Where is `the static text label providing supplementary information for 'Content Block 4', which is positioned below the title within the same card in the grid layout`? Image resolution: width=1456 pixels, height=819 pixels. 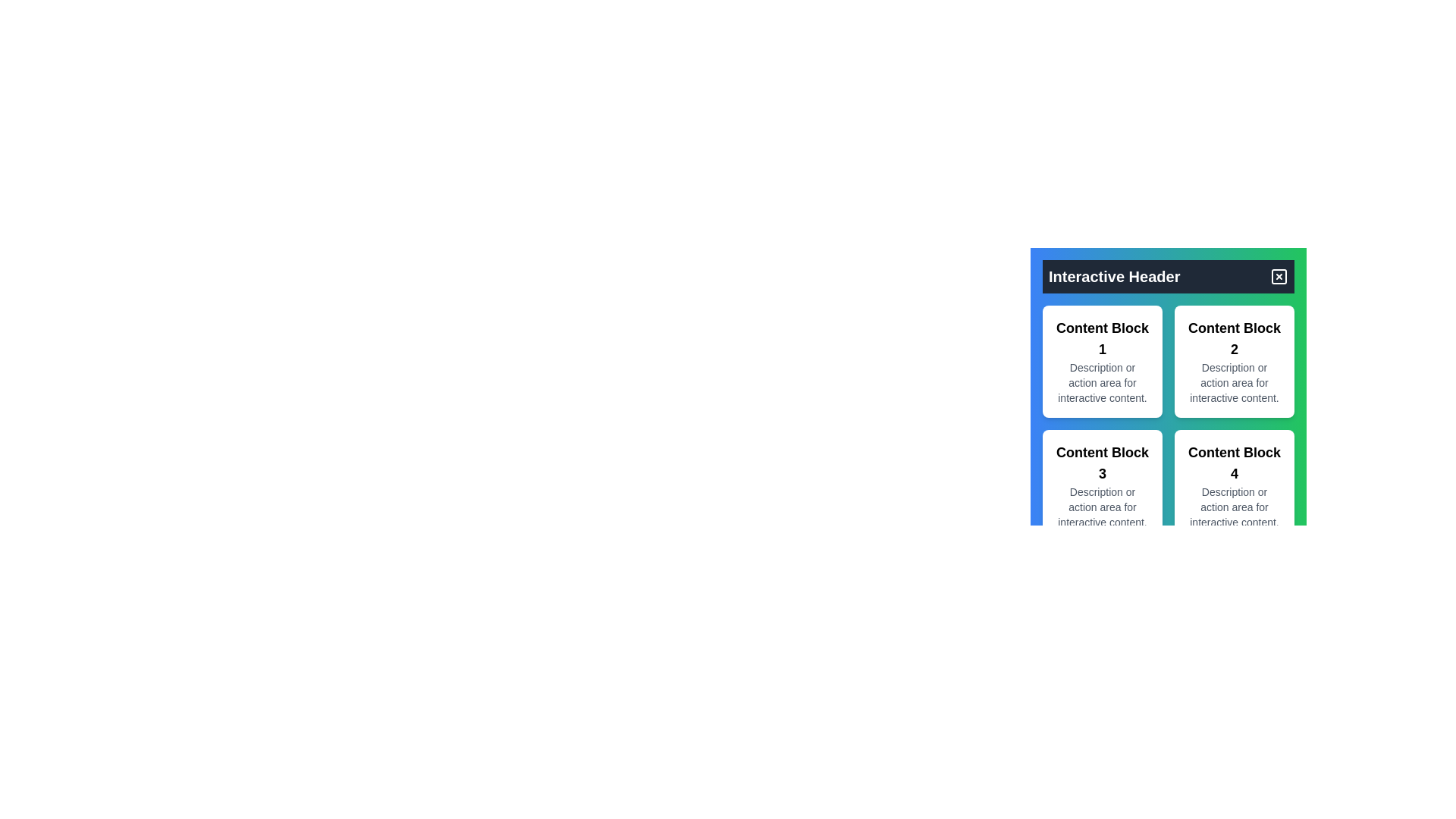 the static text label providing supplementary information for 'Content Block 4', which is positioned below the title within the same card in the grid layout is located at coordinates (1234, 507).